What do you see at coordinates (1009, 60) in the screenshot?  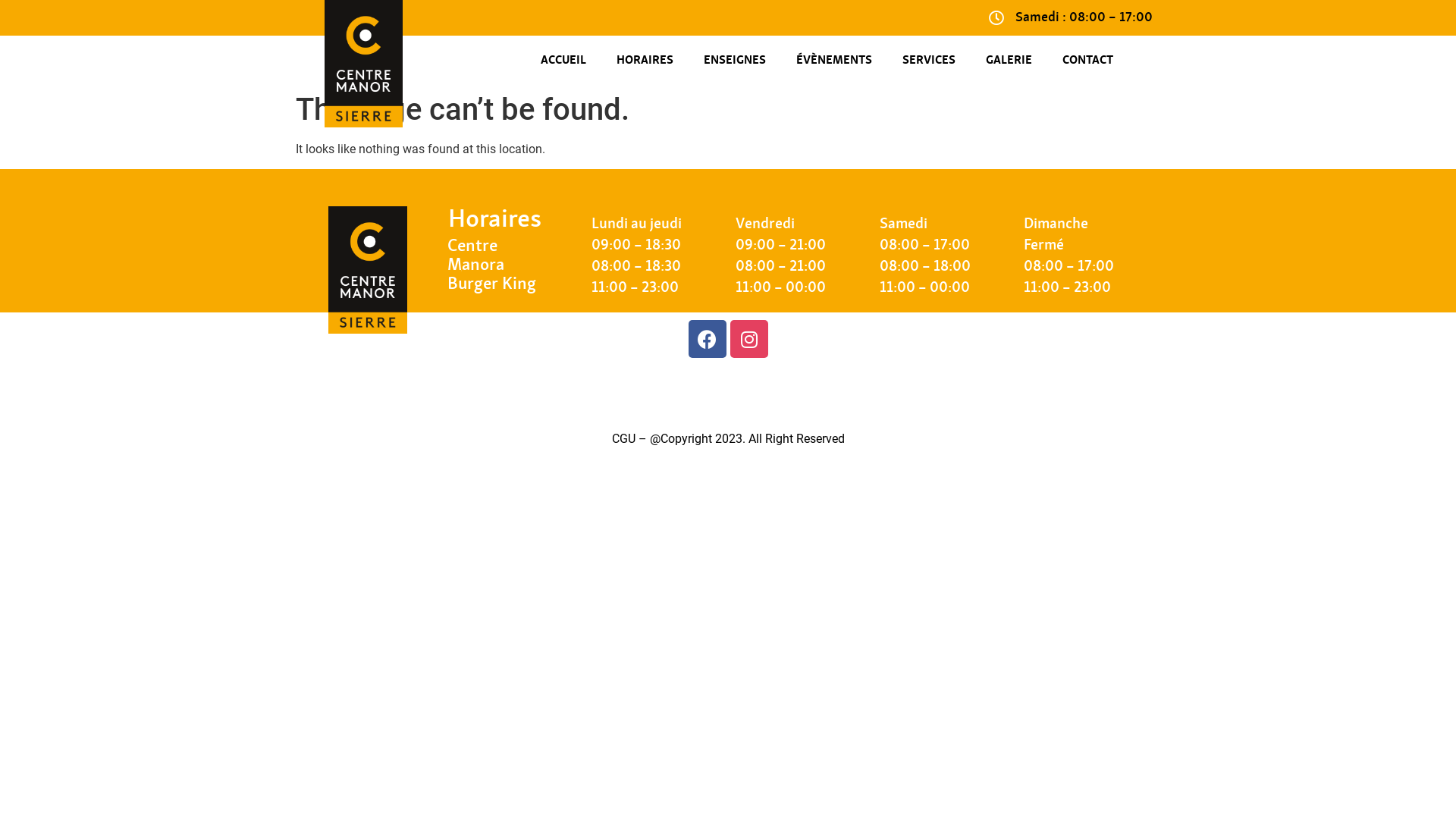 I see `'GALERIE'` at bounding box center [1009, 60].